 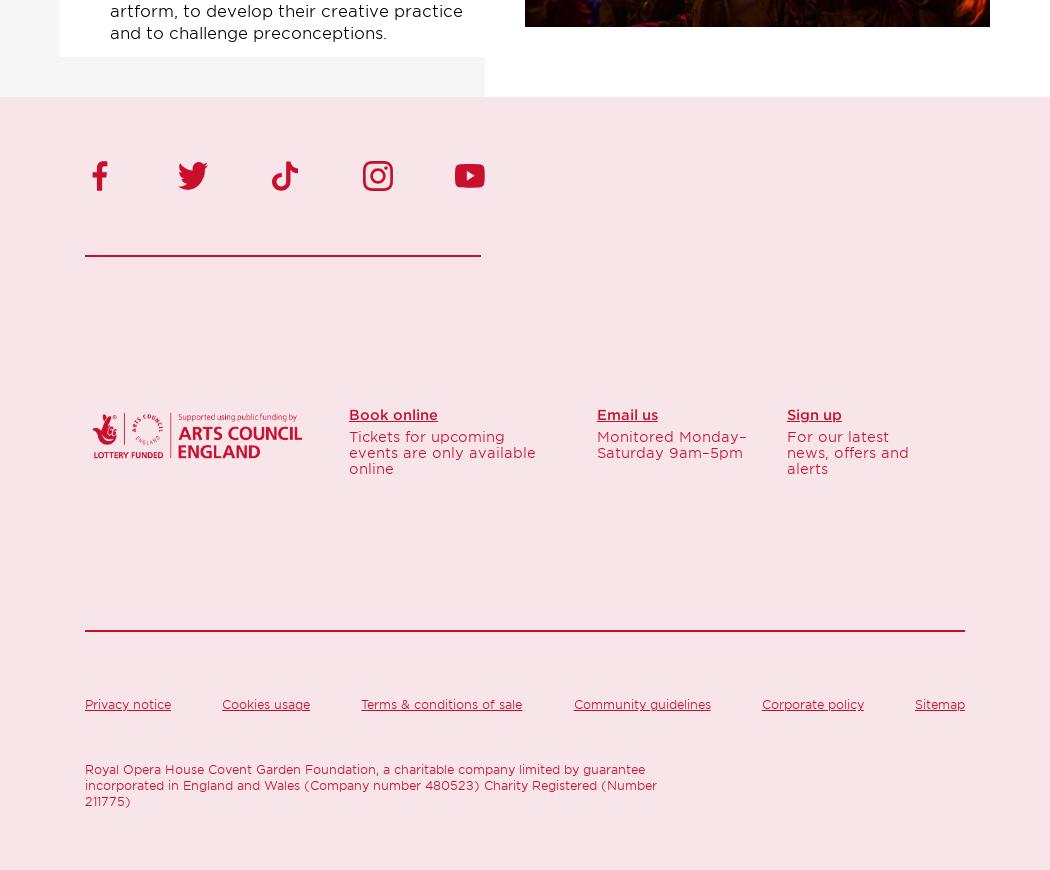 I want to click on 'Terms & conditions of sale', so click(x=440, y=704).